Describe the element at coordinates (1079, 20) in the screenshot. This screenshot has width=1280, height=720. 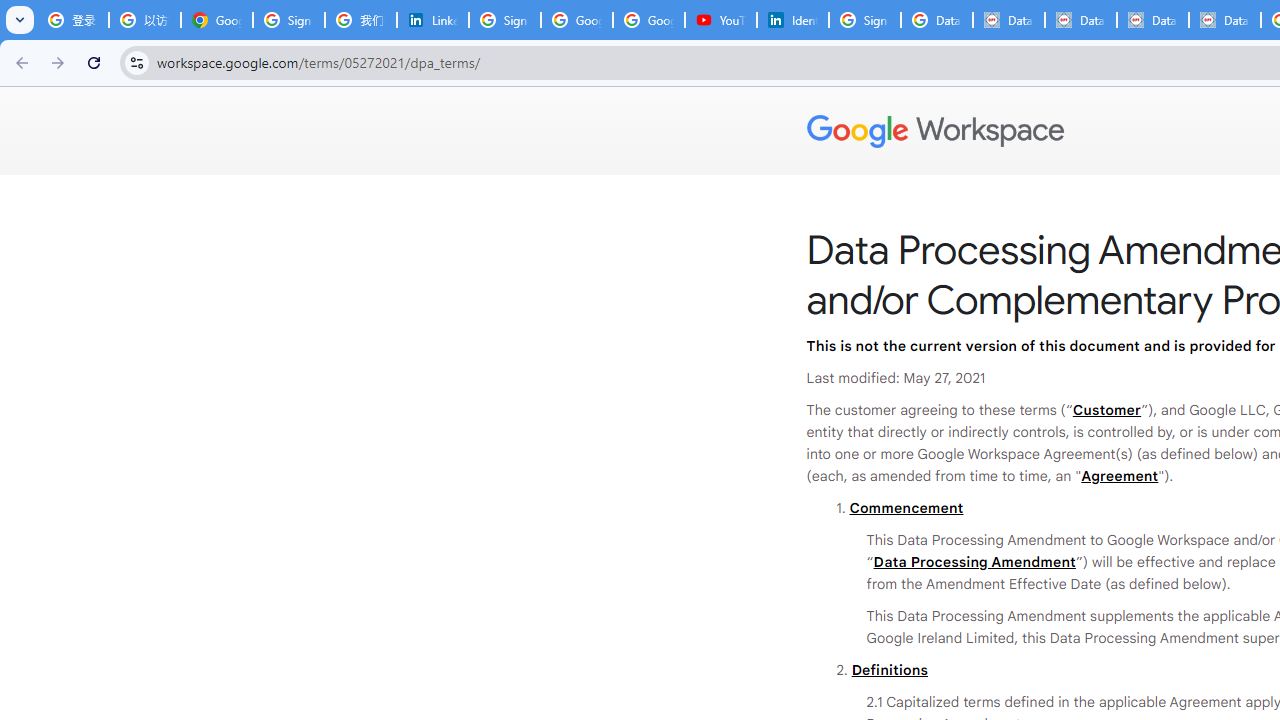
I see `'Data Privacy Framework'` at that location.